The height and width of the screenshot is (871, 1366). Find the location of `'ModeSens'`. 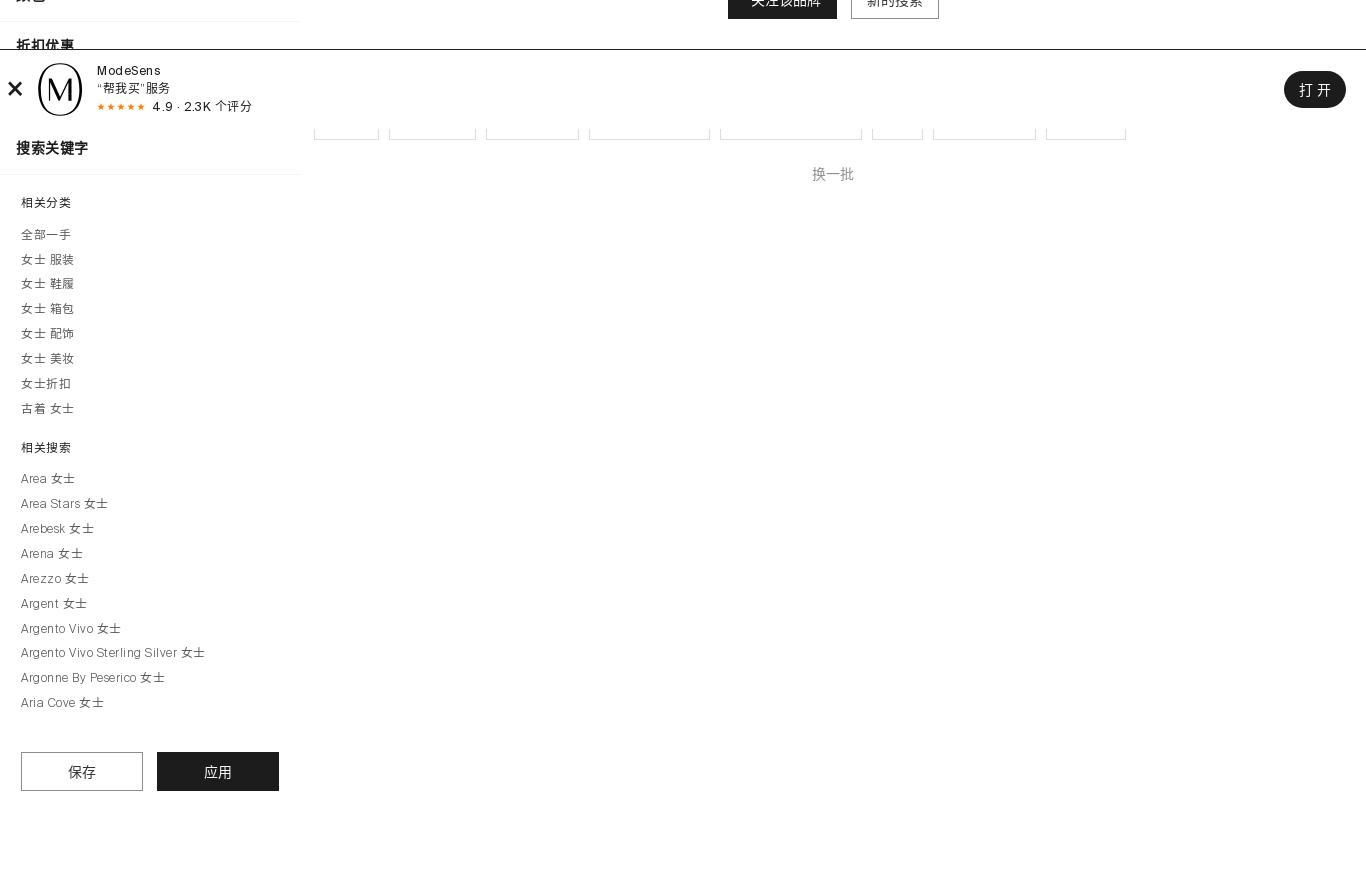

'ModeSens' is located at coordinates (127, 69).